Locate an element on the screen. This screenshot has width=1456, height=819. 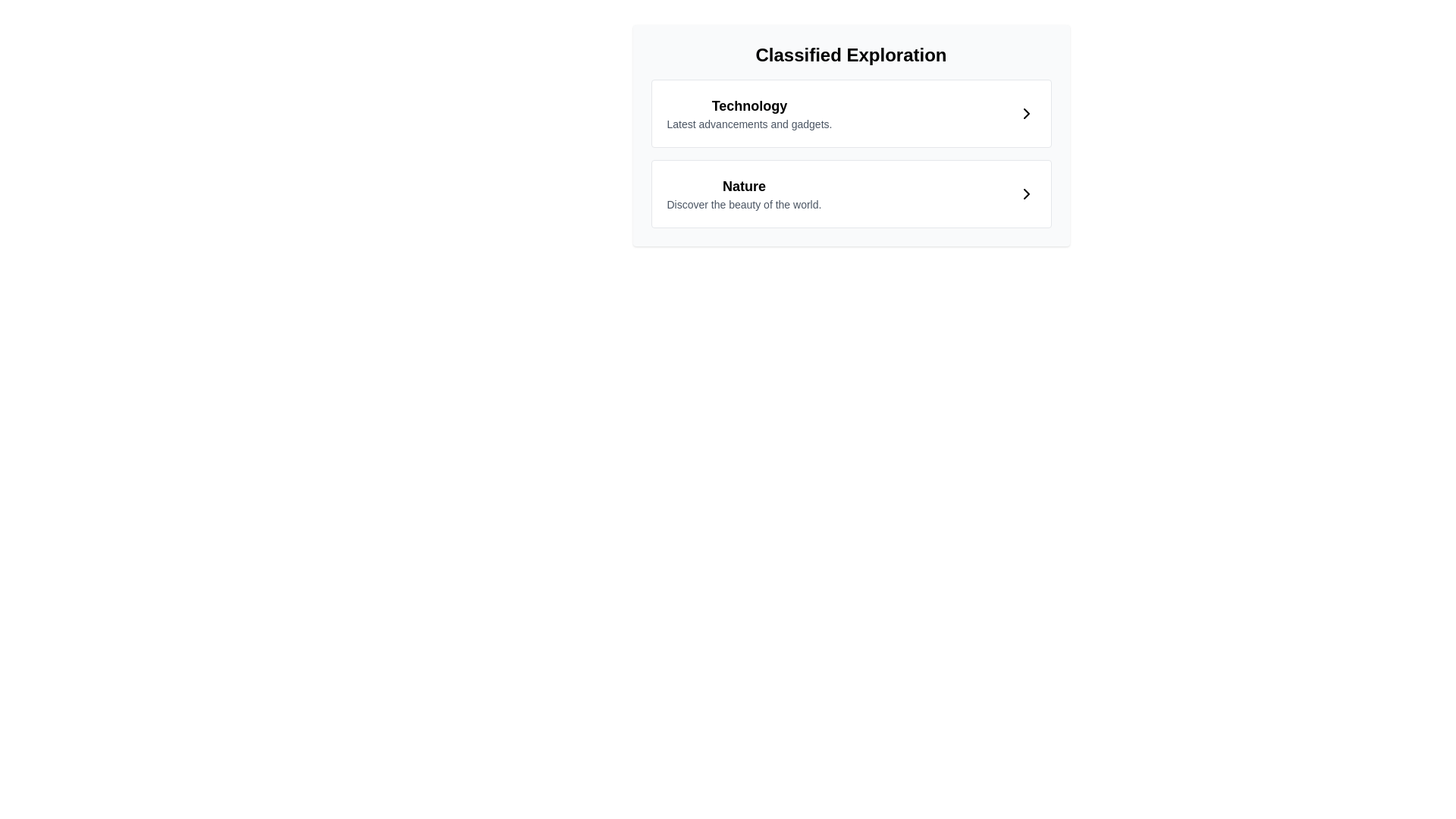
the icon located to the far-right of the 'Technology' list item in the 'Classified Exploration' section is located at coordinates (1026, 113).